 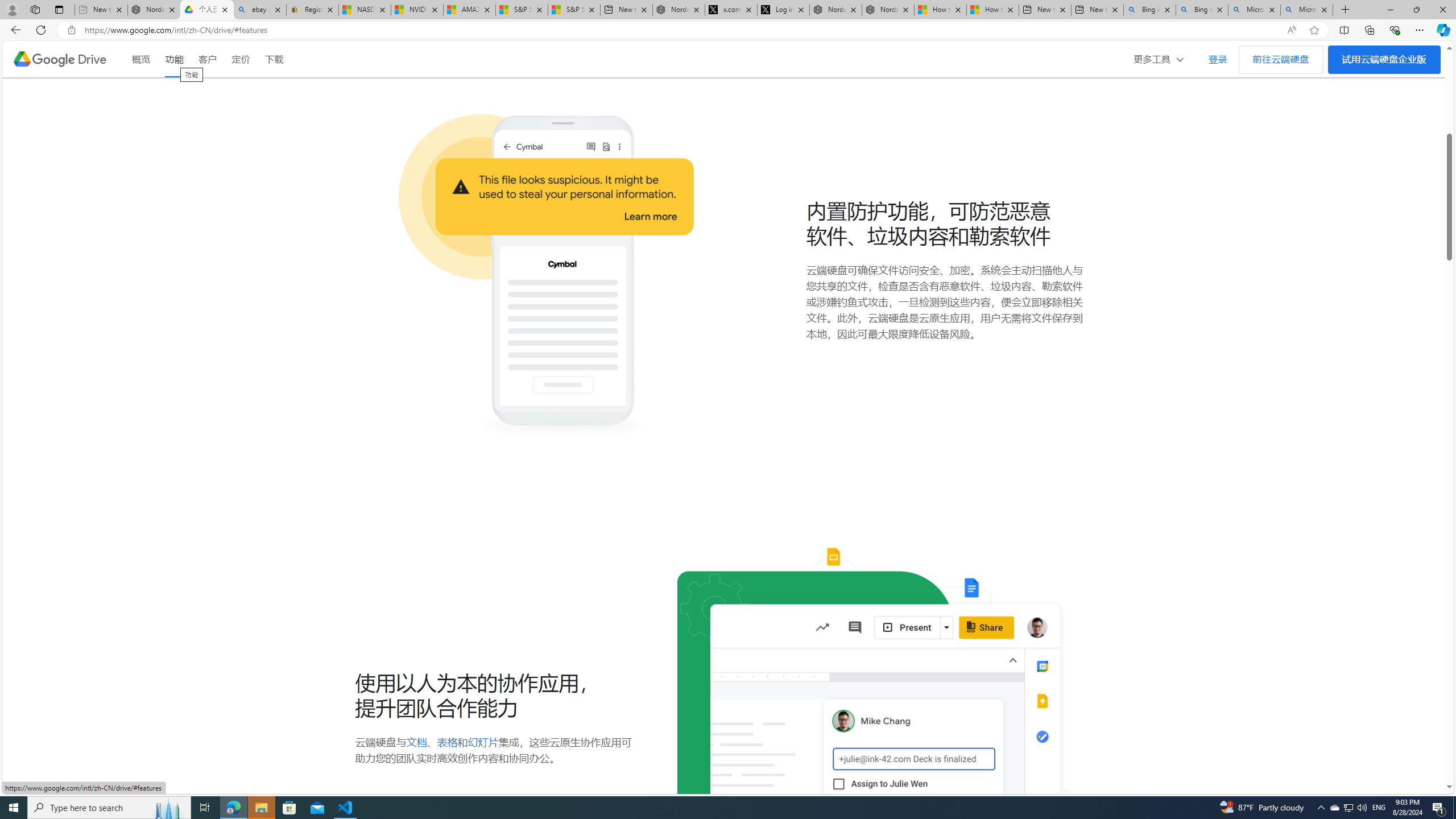 What do you see at coordinates (992, 9) in the screenshot?
I see `'How to Use a Monitor With Your Closed Laptop'` at bounding box center [992, 9].